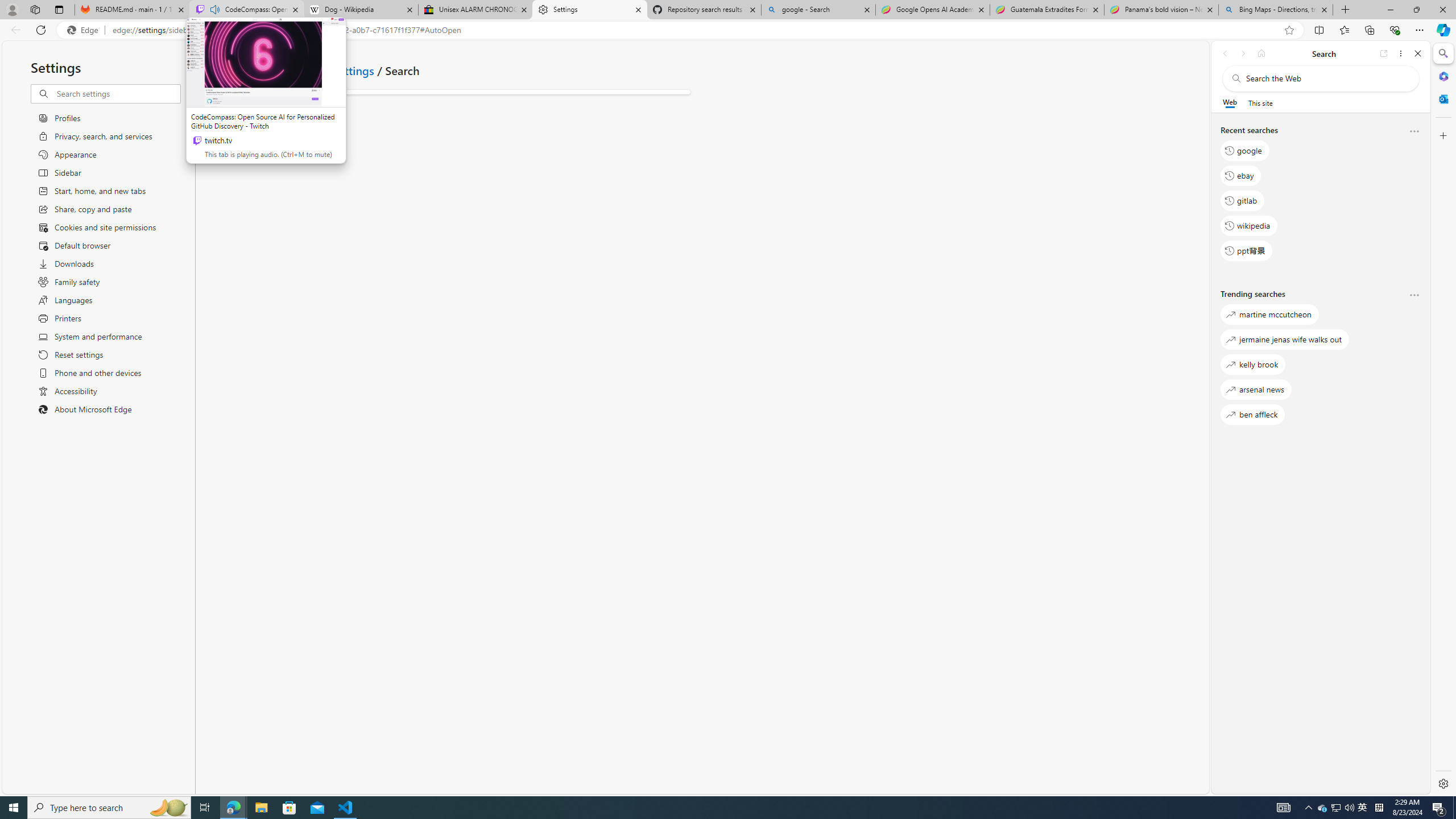 The width and height of the screenshot is (1456, 819). I want to click on 'google', so click(1244, 150).